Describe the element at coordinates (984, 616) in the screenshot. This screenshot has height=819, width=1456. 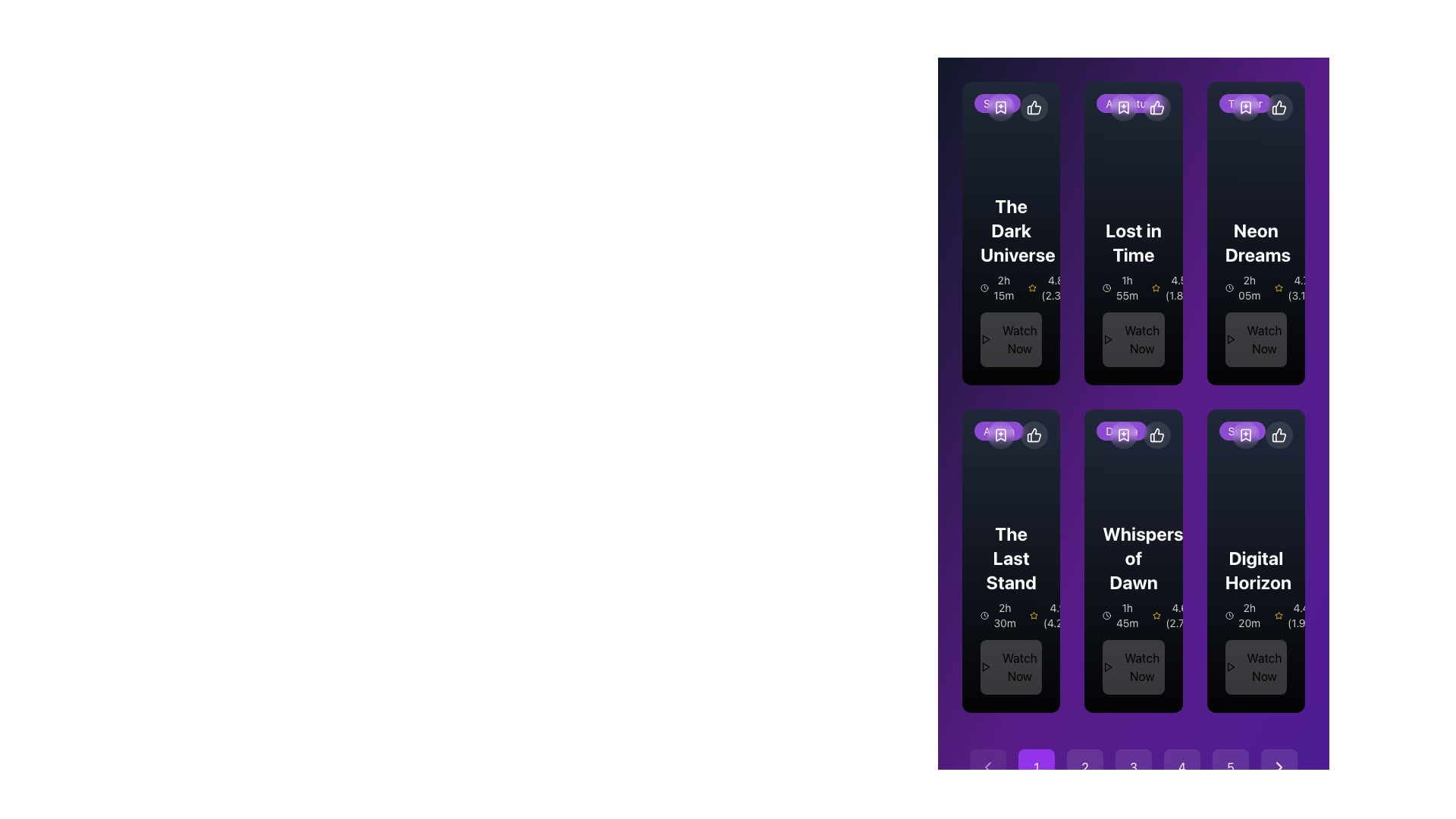
I see `the clock icon that visually indicates the duration '2h 30m', which is located to the left of the text and below the heading 'The Last Stand'` at that location.